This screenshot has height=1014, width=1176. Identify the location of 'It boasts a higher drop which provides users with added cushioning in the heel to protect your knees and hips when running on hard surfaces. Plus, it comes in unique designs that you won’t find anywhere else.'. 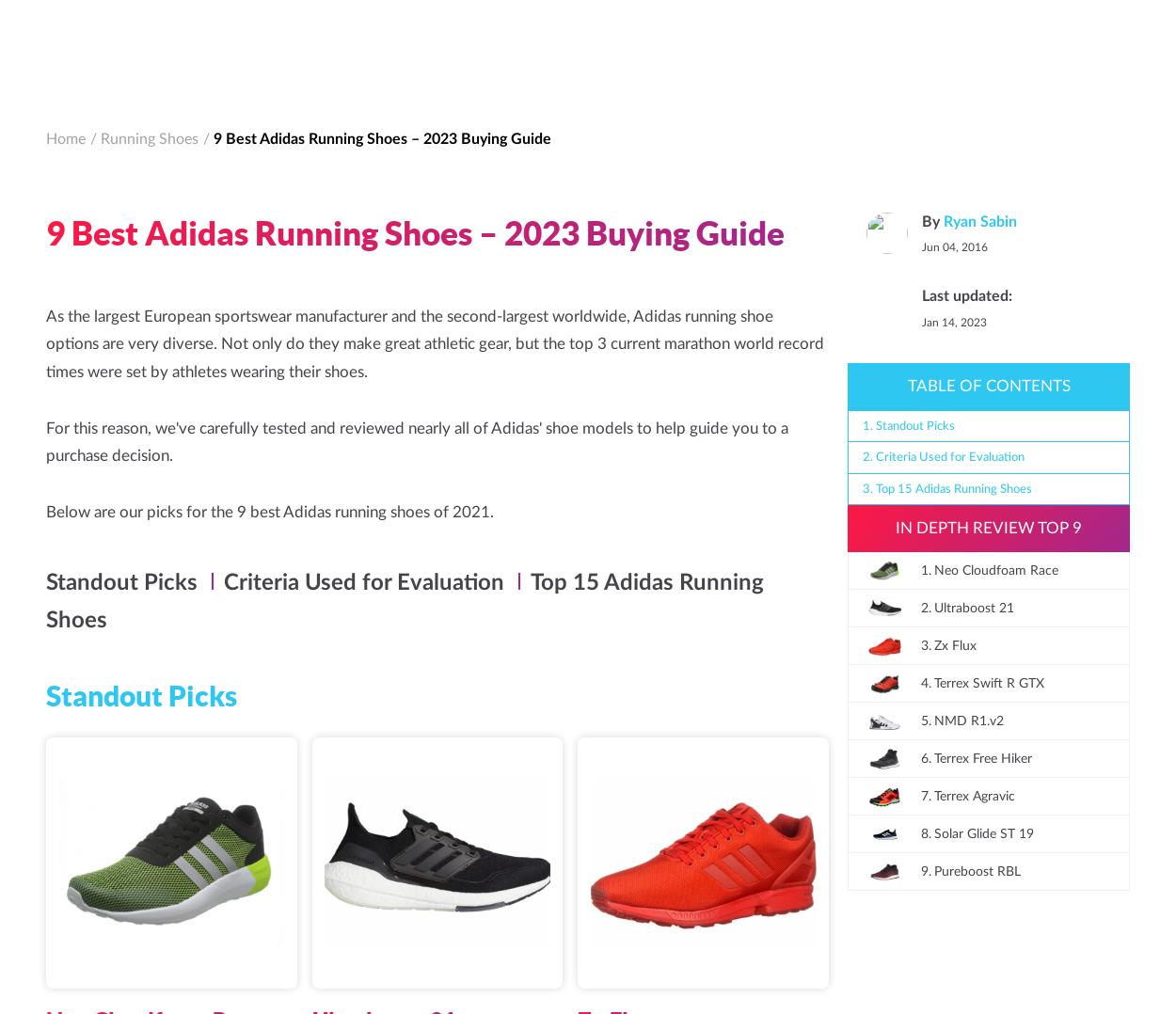
(428, 404).